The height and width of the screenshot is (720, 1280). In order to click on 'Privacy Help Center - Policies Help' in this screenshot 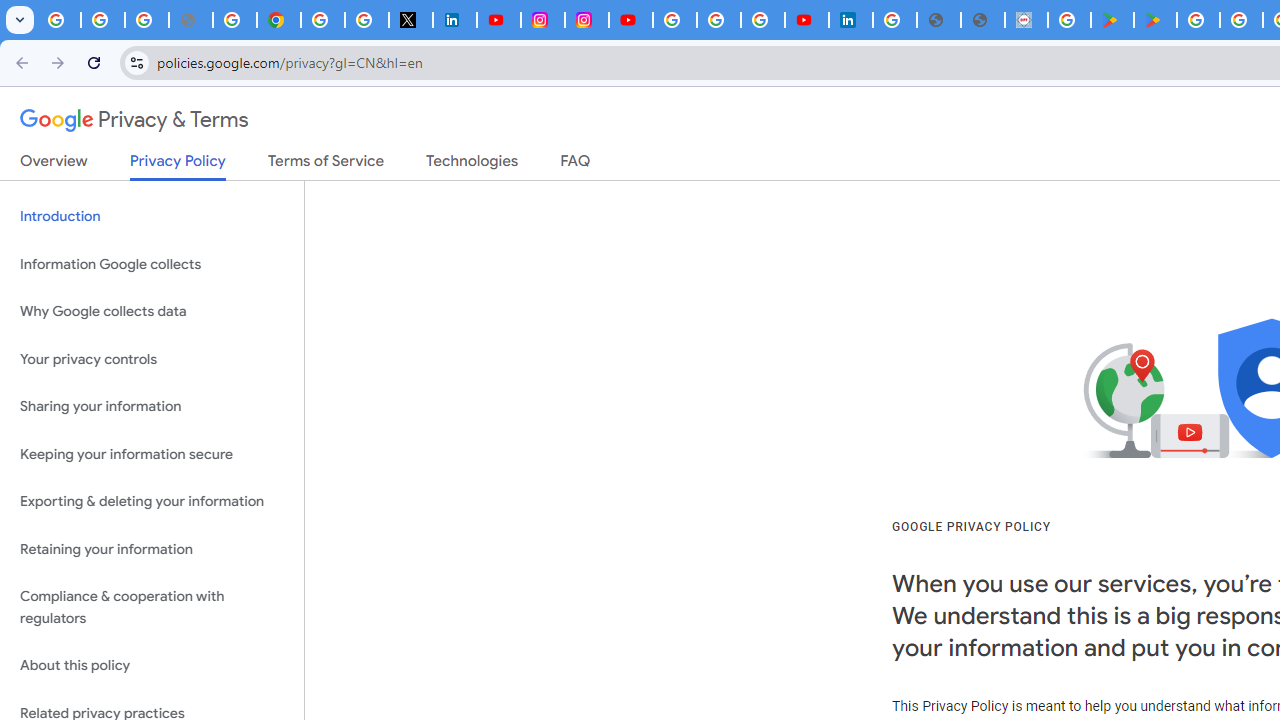, I will do `click(234, 20)`.